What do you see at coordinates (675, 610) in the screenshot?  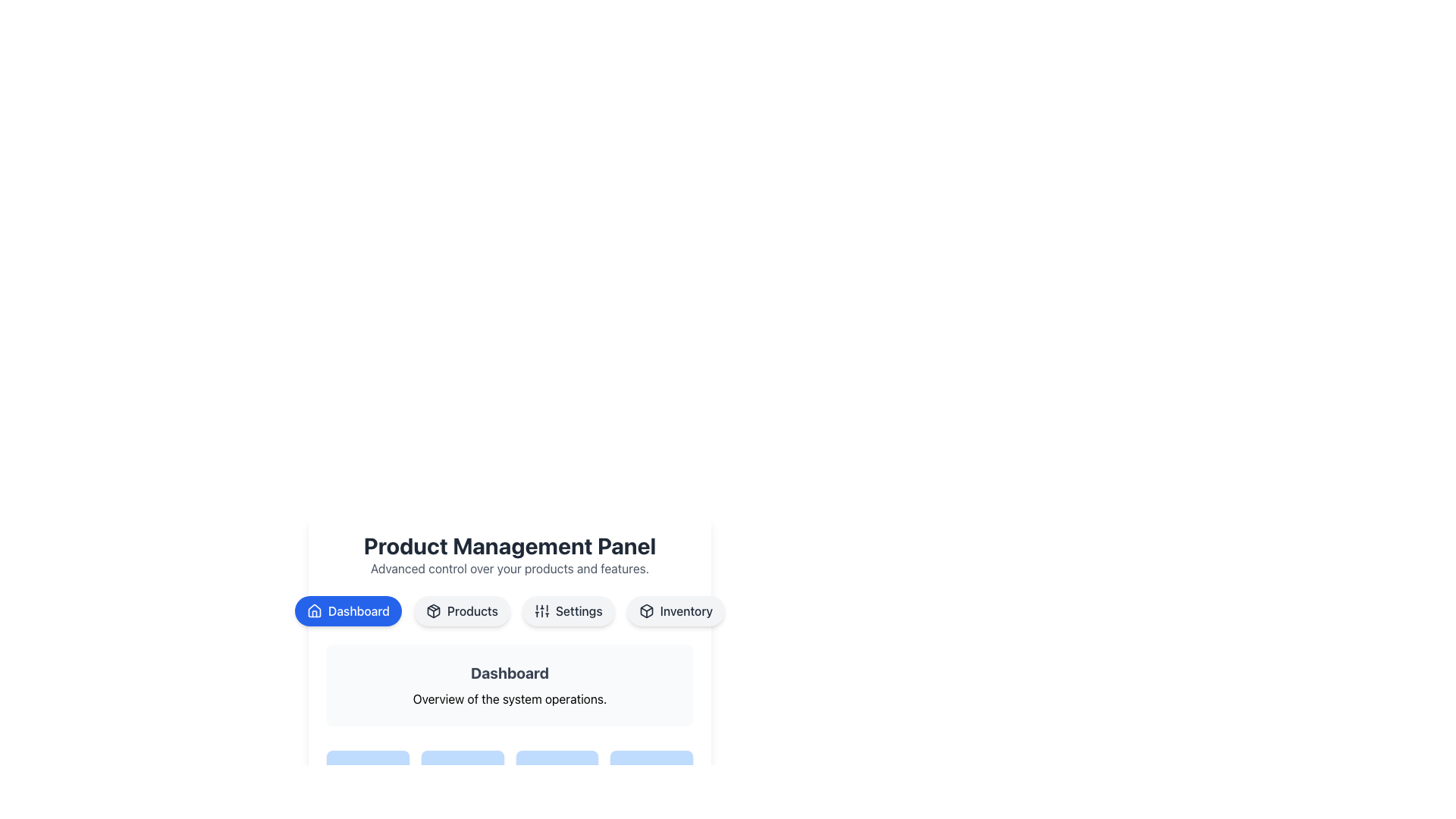 I see `the 'Inventory' Navigation button, which is a pill-shaped button with a light gray background and an icon of a box outline` at bounding box center [675, 610].